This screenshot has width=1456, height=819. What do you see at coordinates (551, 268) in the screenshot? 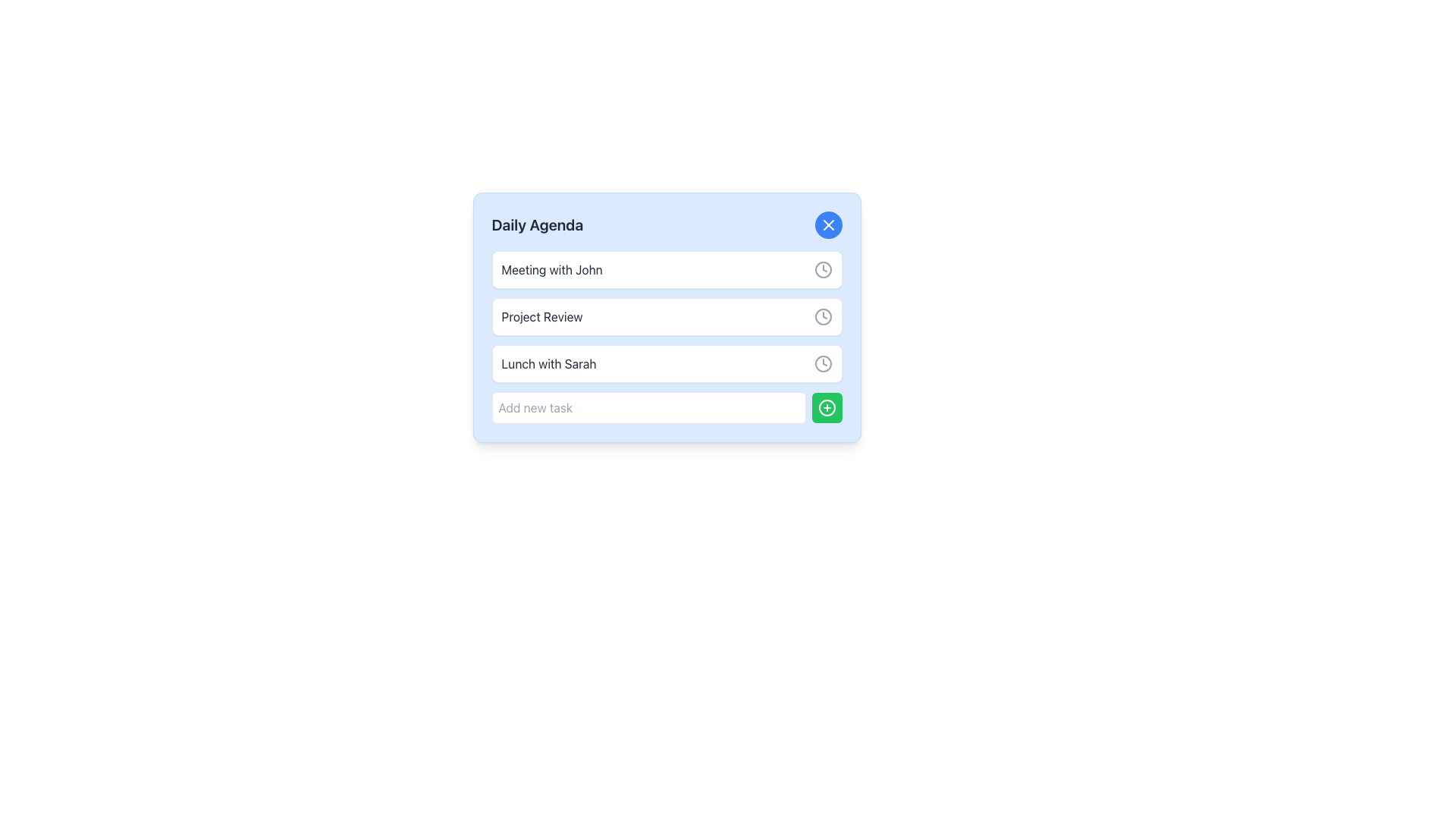
I see `the text label displaying 'Meeting with John' within the first item of the 'Daily Agenda' list` at bounding box center [551, 268].